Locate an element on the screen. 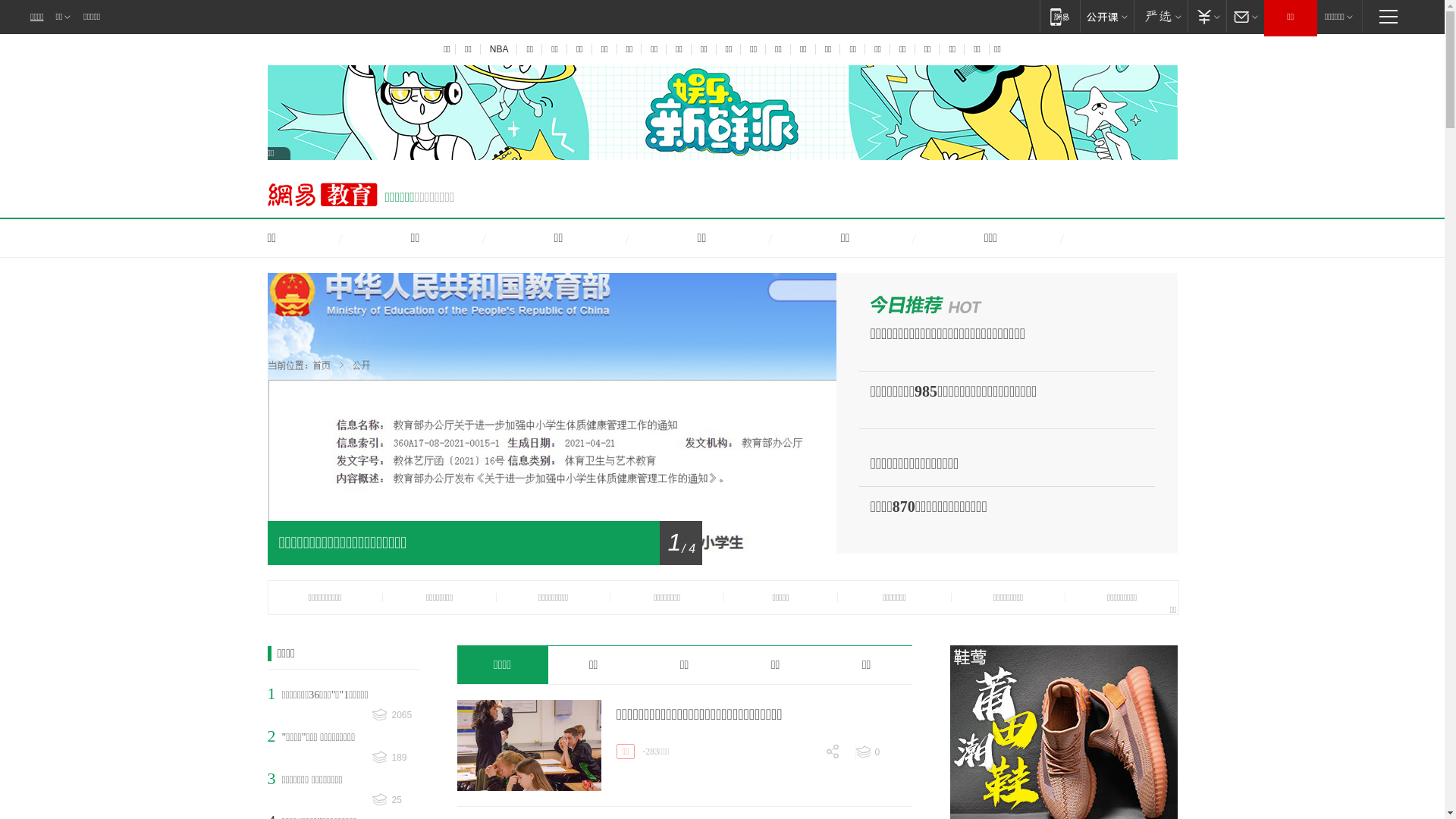 The height and width of the screenshot is (819, 1456). '0' is located at coordinates (883, 752).